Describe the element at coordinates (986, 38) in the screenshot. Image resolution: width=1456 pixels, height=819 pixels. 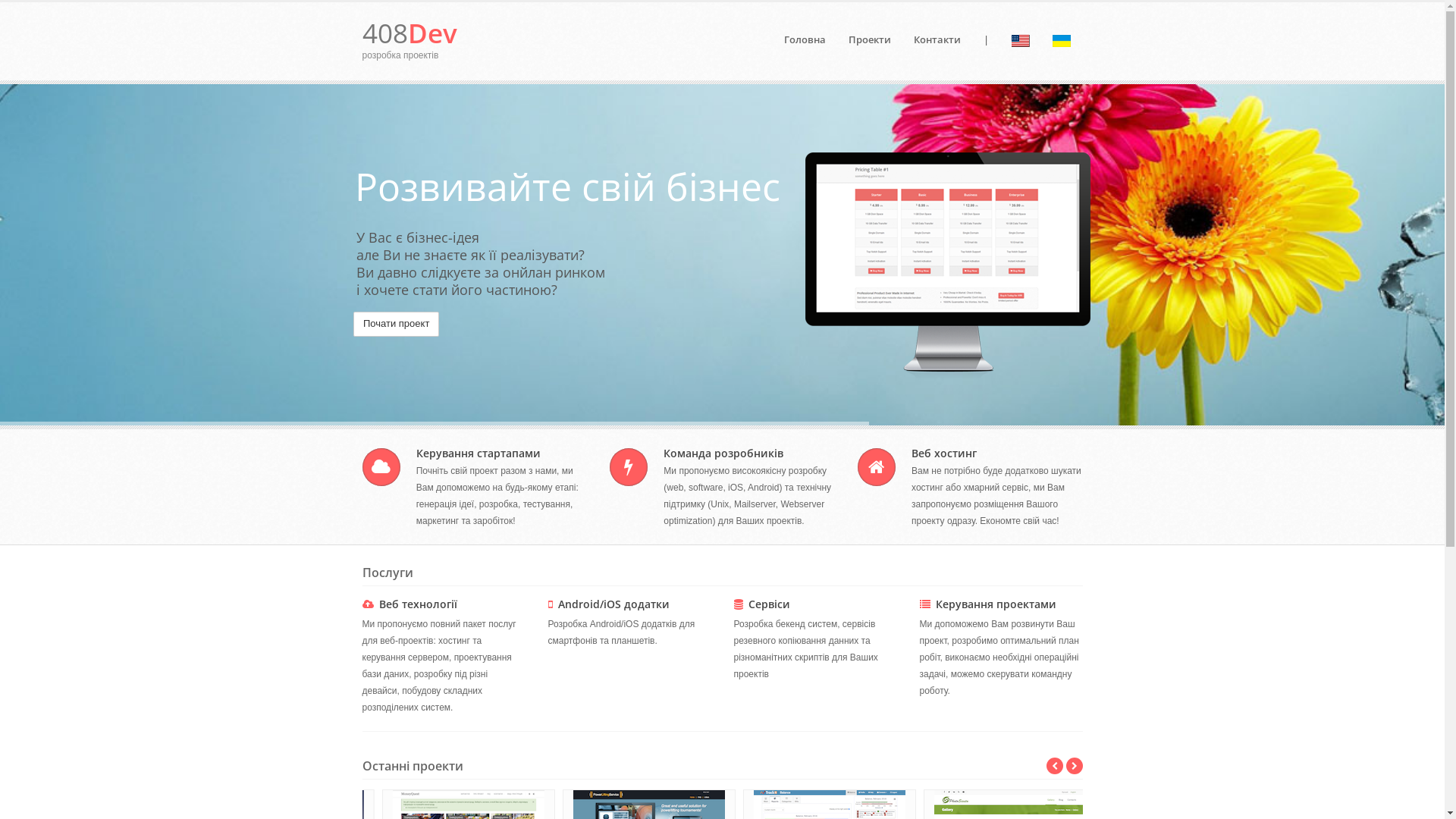
I see `'|'` at that location.